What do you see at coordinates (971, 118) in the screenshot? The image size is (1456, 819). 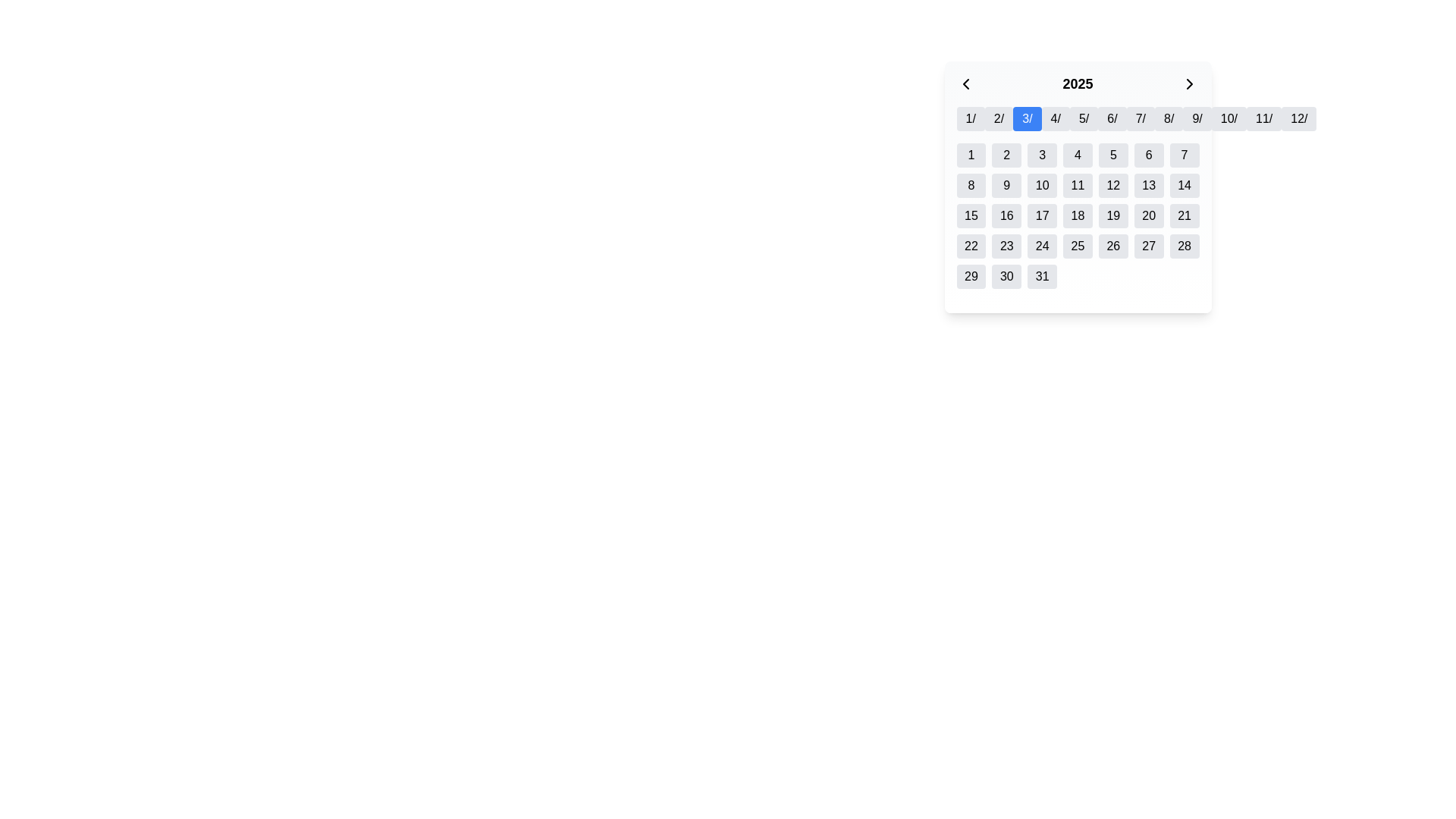 I see `the first month button in the calendar widget` at bounding box center [971, 118].